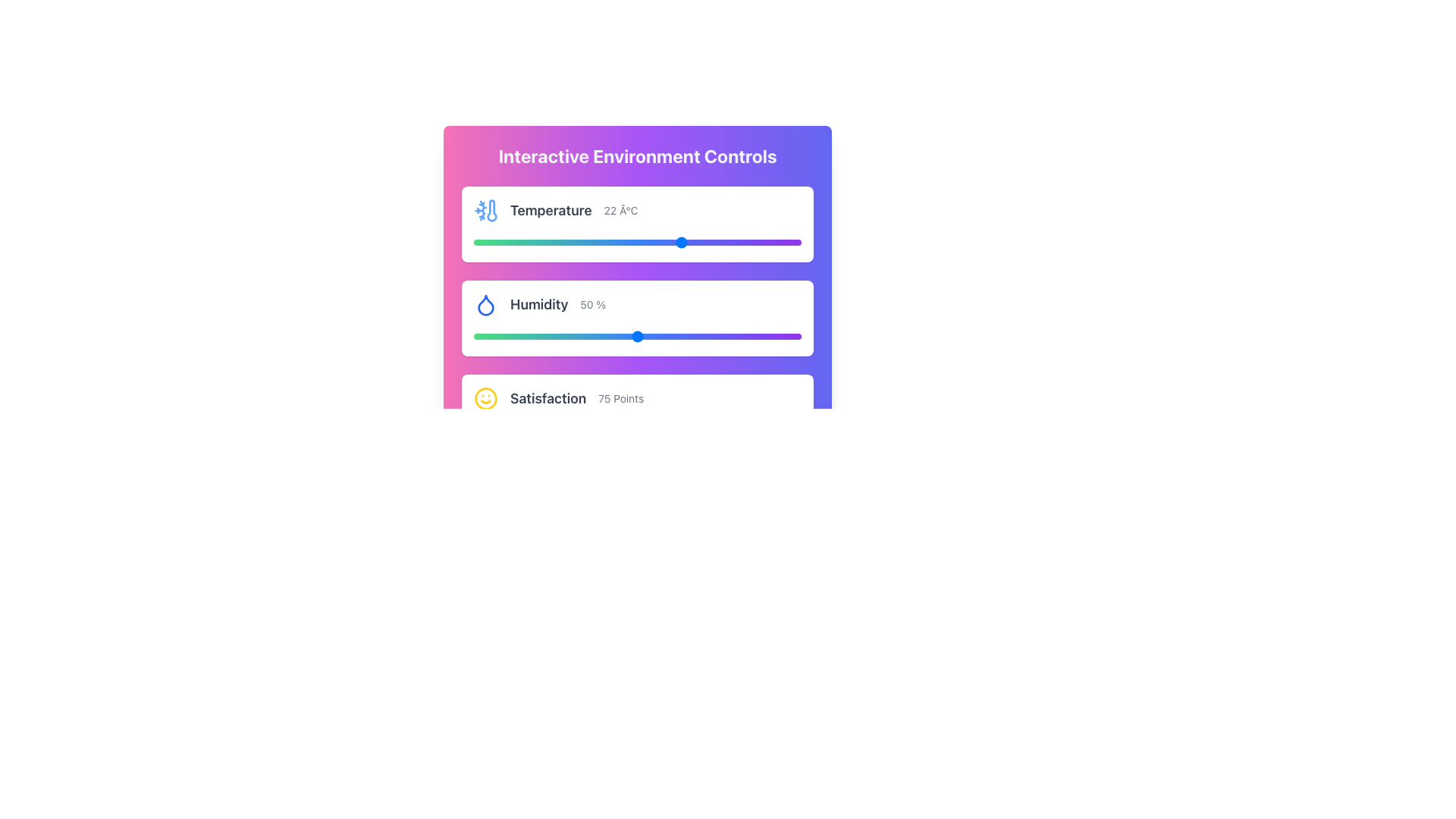 The height and width of the screenshot is (819, 1456). What do you see at coordinates (479, 242) in the screenshot?
I see `the slider` at bounding box center [479, 242].